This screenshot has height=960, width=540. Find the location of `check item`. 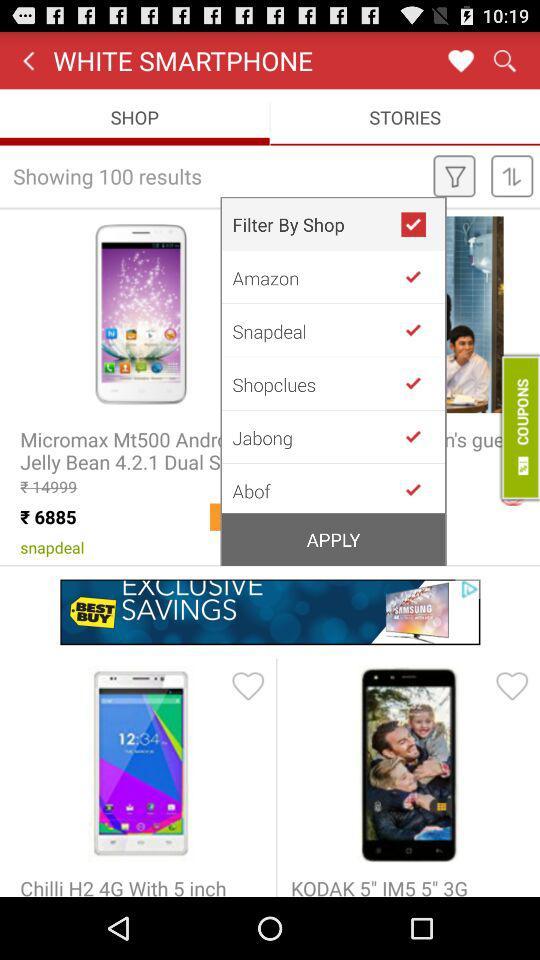

check item is located at coordinates (420, 487).